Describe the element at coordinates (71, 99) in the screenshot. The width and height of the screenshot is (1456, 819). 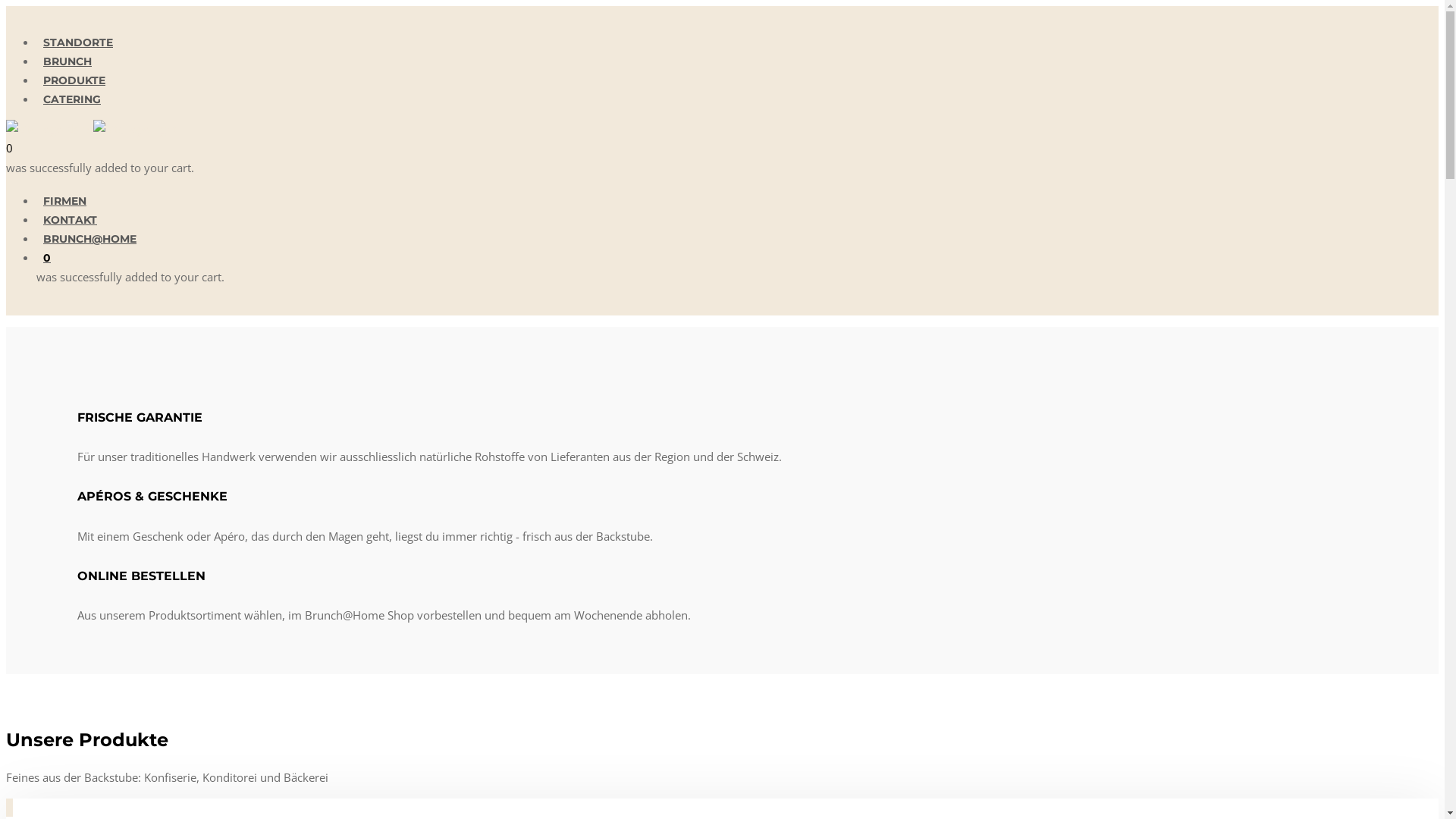
I see `'CATERING'` at that location.